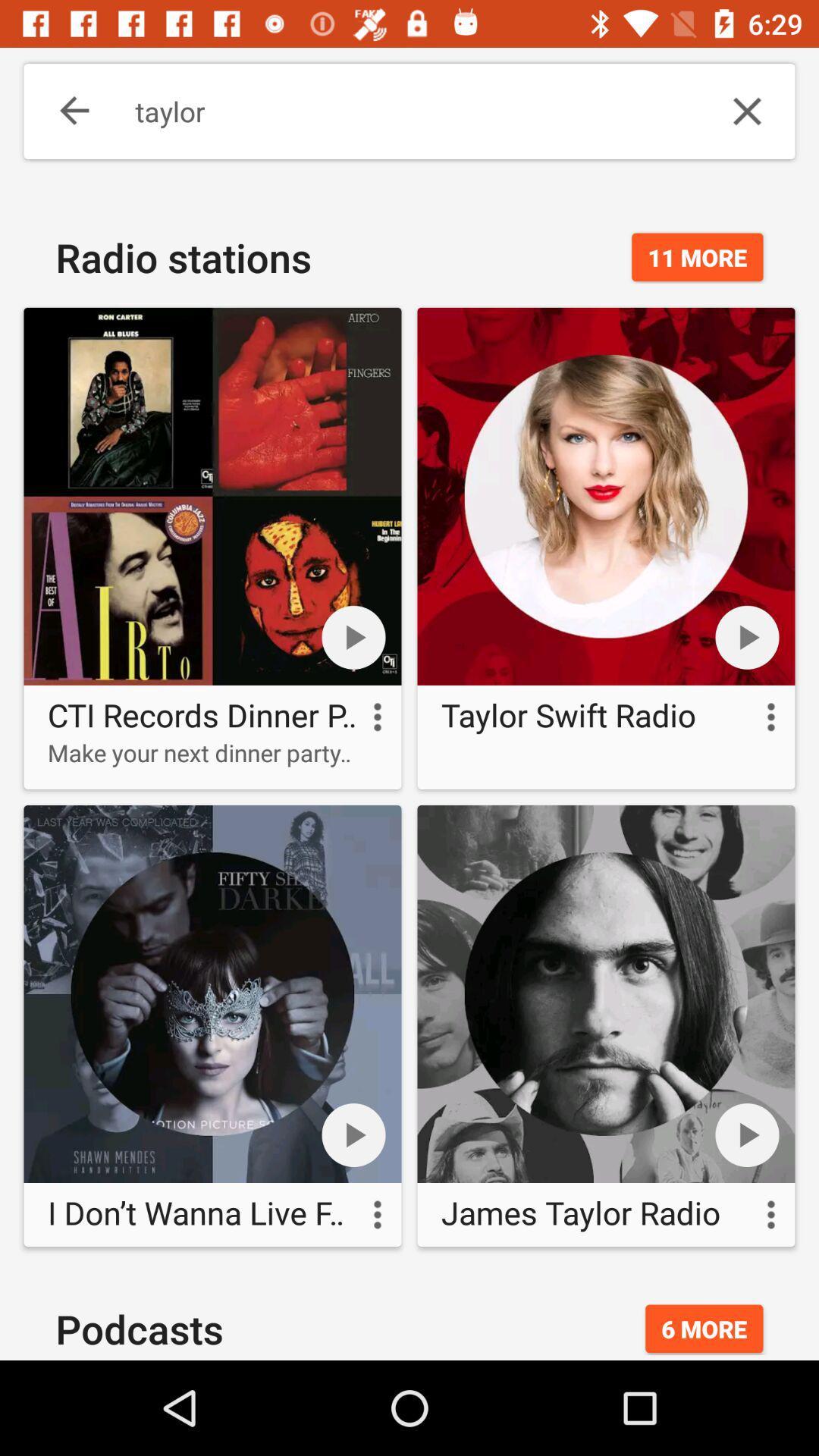 Image resolution: width=819 pixels, height=1456 pixels. Describe the element at coordinates (746, 111) in the screenshot. I see `the item to the right of taylor item` at that location.